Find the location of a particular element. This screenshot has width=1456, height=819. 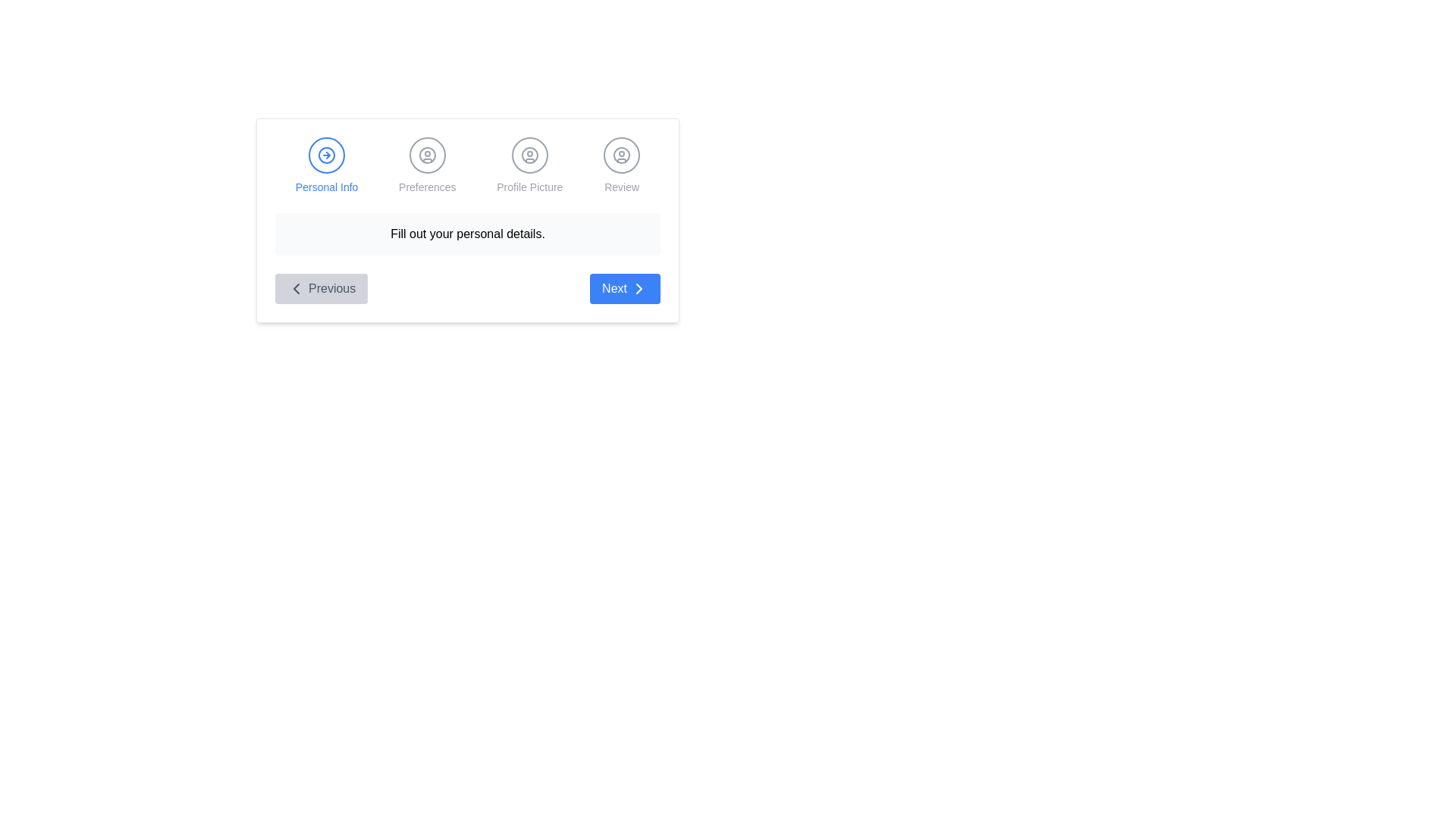

the 'Personal Info' step icon located within the circular navigation button at the top section of the interface is located at coordinates (326, 155).